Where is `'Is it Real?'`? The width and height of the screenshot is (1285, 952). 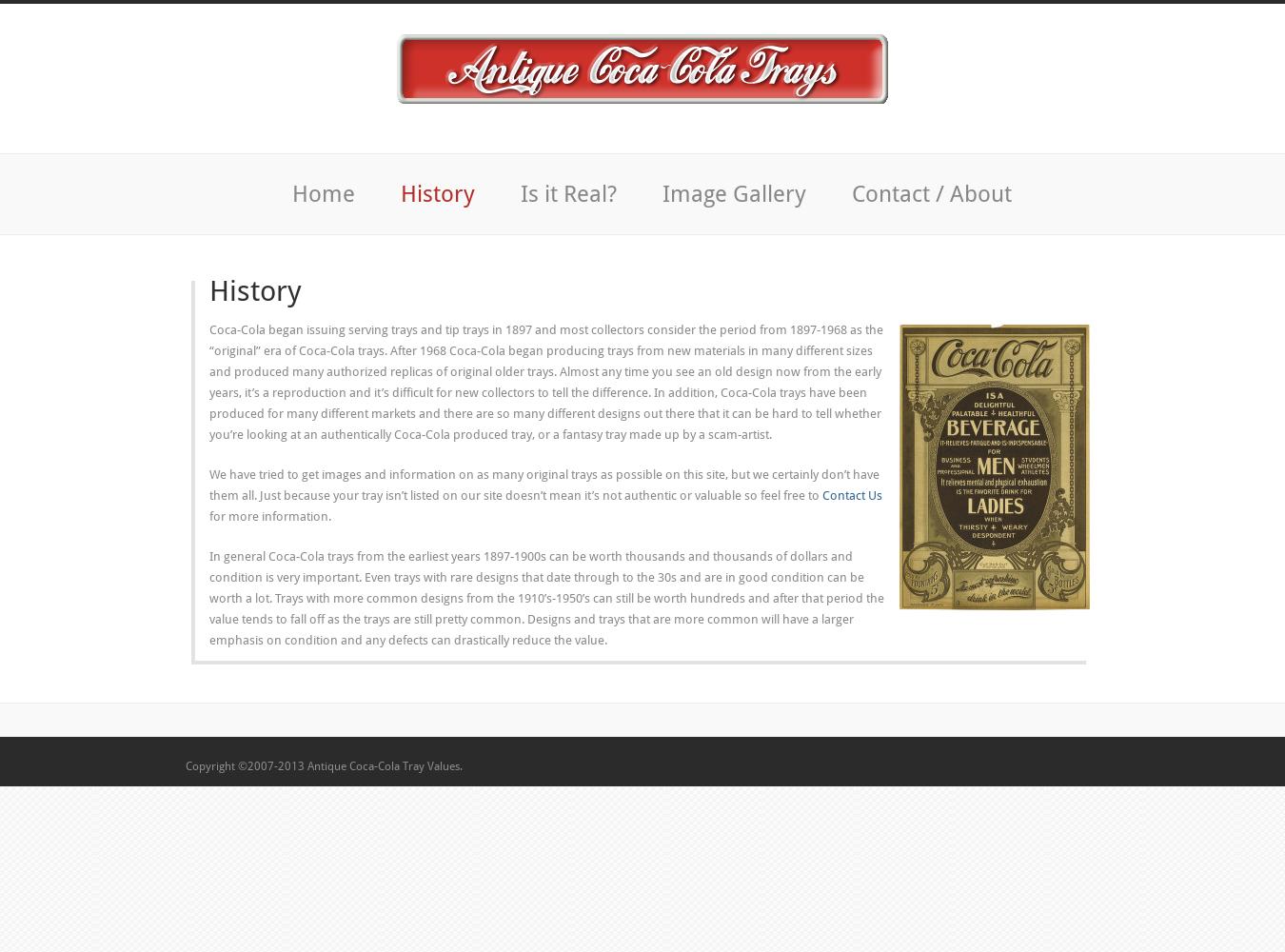
'Is it Real?' is located at coordinates (568, 193).